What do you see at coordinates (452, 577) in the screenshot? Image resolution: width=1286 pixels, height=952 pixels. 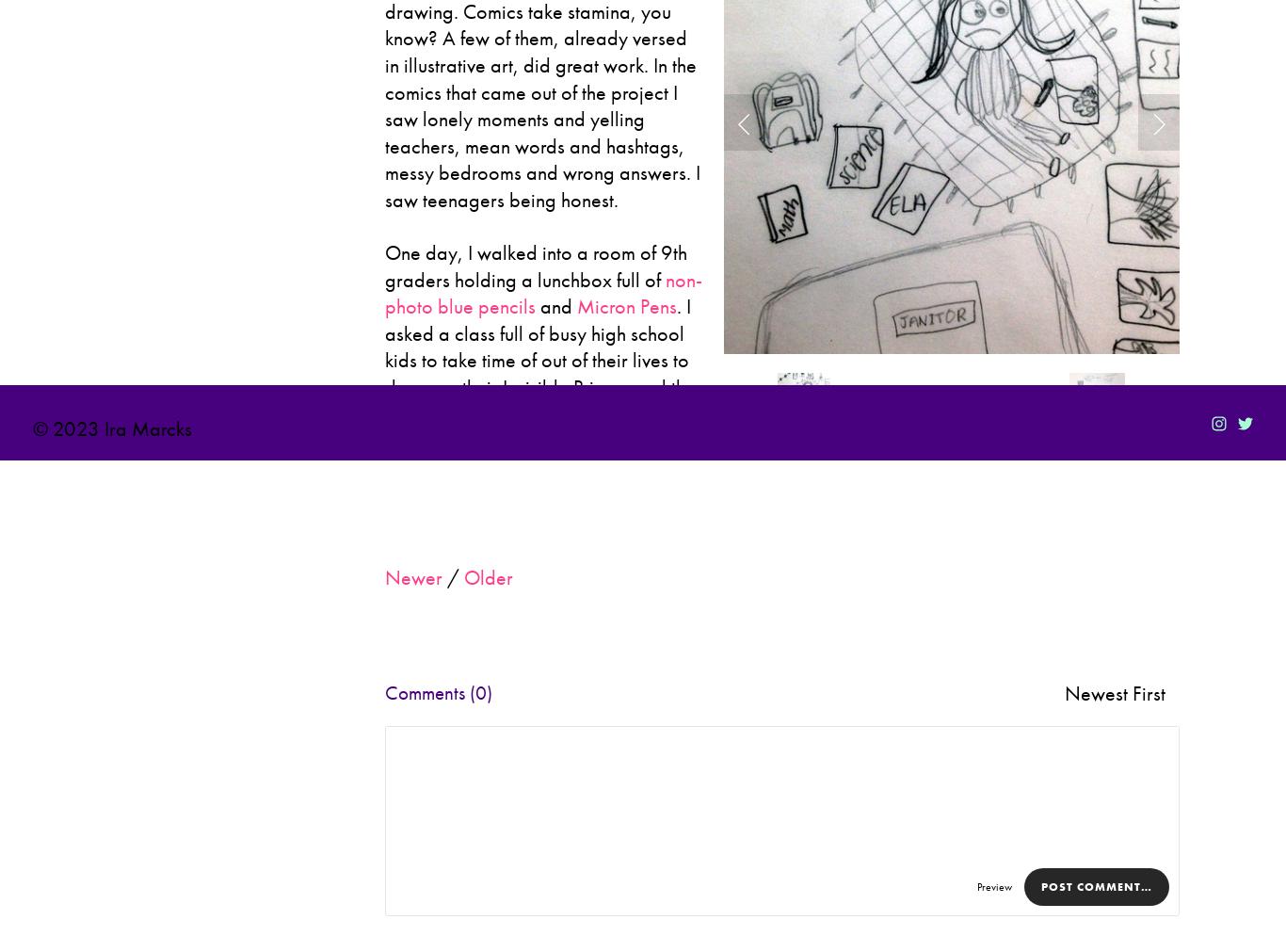 I see `'/'` at bounding box center [452, 577].